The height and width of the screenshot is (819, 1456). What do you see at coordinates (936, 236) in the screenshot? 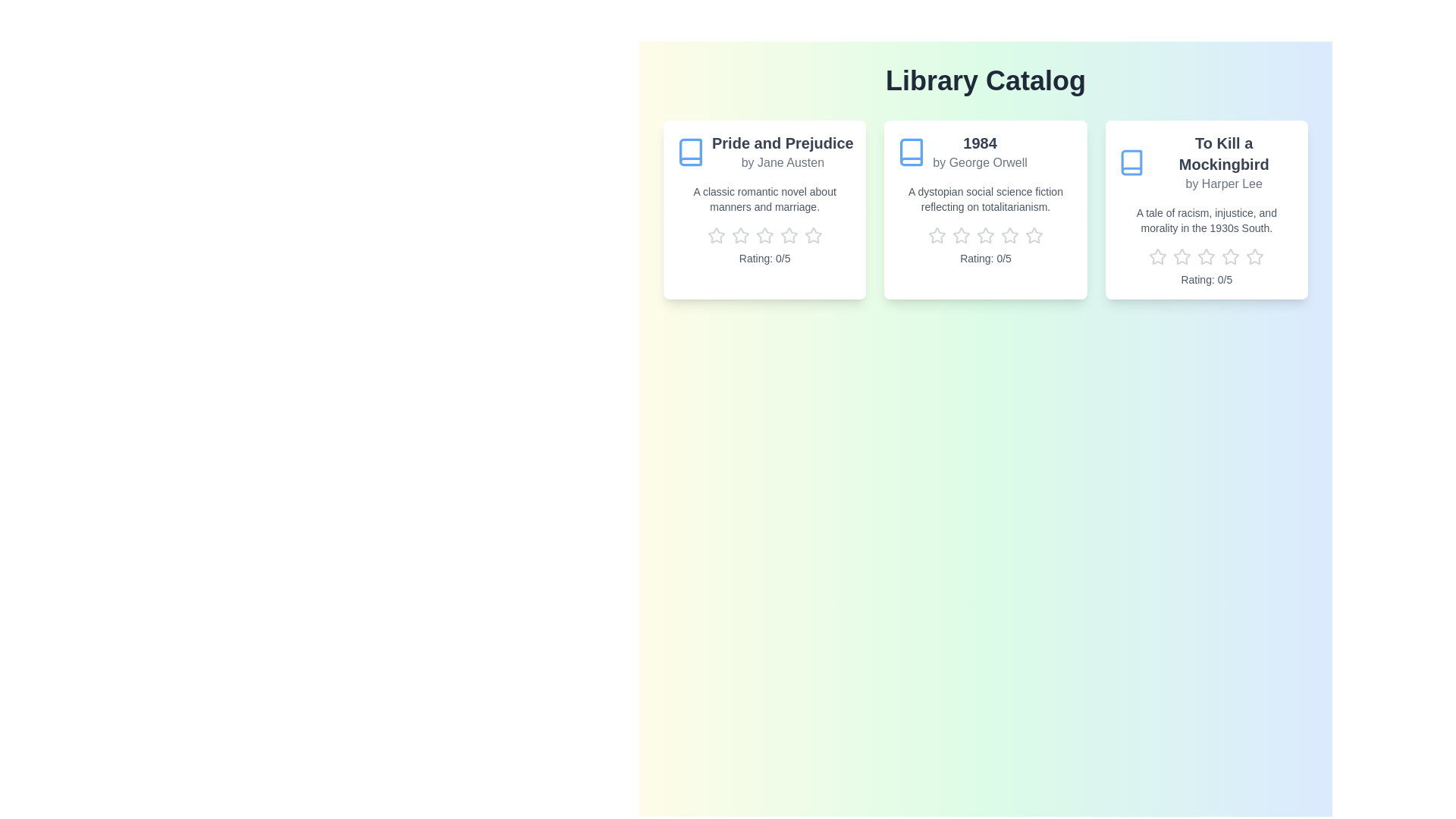
I see `the rating of the book '1984' to 1 stars by clicking the corresponding star` at bounding box center [936, 236].